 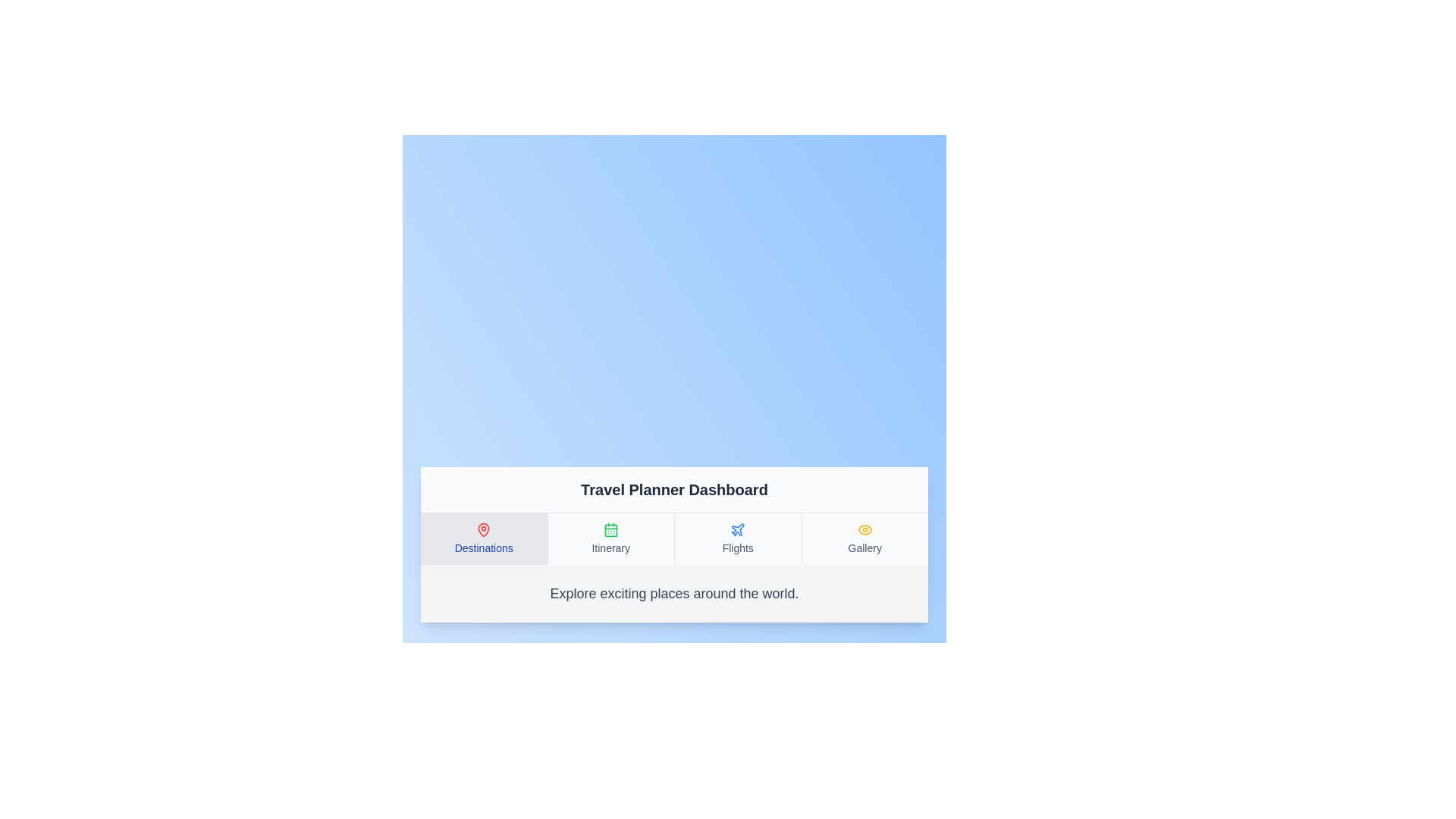 I want to click on the 'Gallery' text label, which is a small font label with dark text on a light background, located below an eye icon in the rightmost column of the Travel Planner Dashboard, so click(x=864, y=548).